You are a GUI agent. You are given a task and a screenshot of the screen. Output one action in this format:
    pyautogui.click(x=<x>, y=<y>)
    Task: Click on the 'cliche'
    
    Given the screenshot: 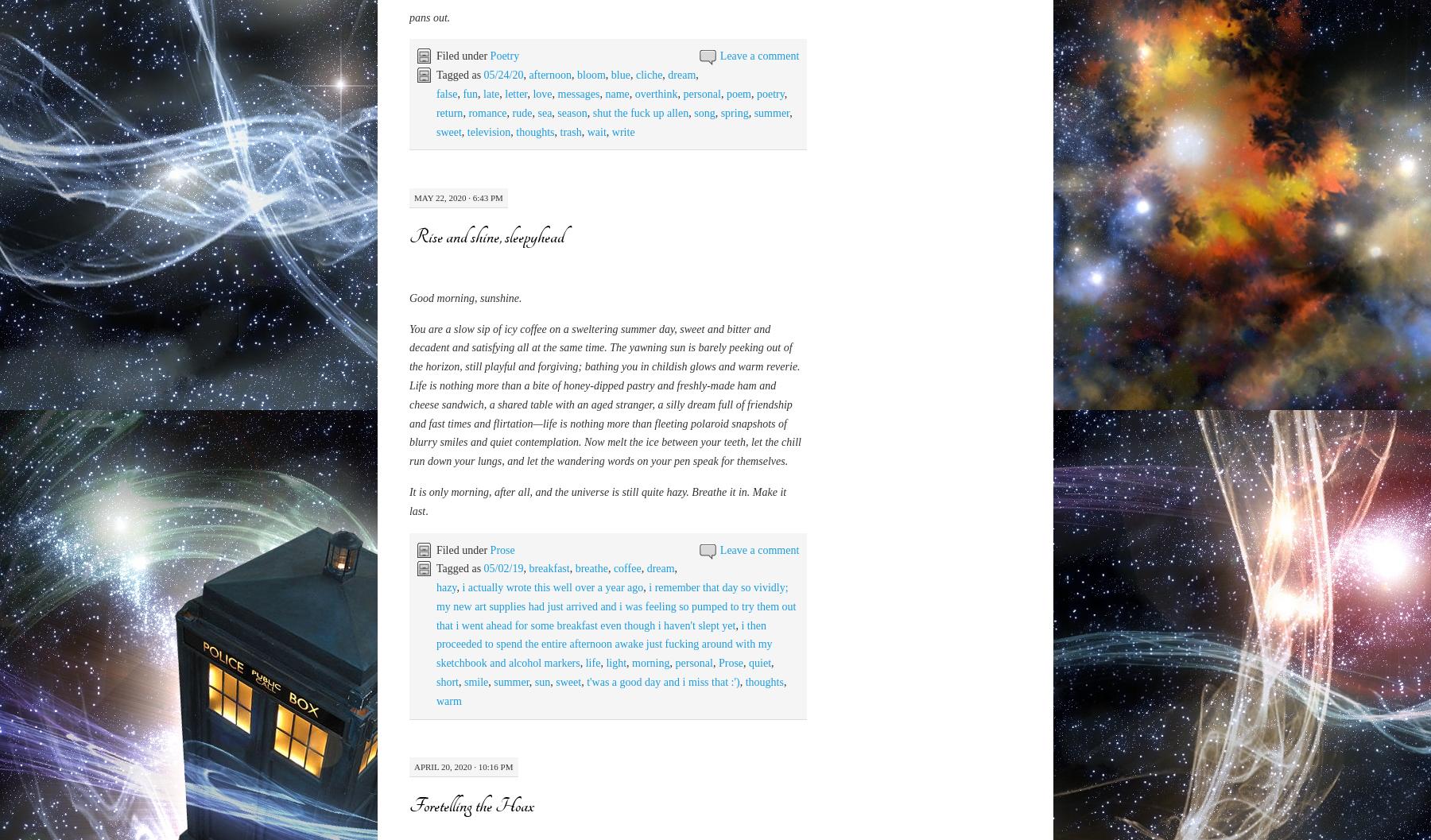 What is the action you would take?
    pyautogui.click(x=635, y=718)
    